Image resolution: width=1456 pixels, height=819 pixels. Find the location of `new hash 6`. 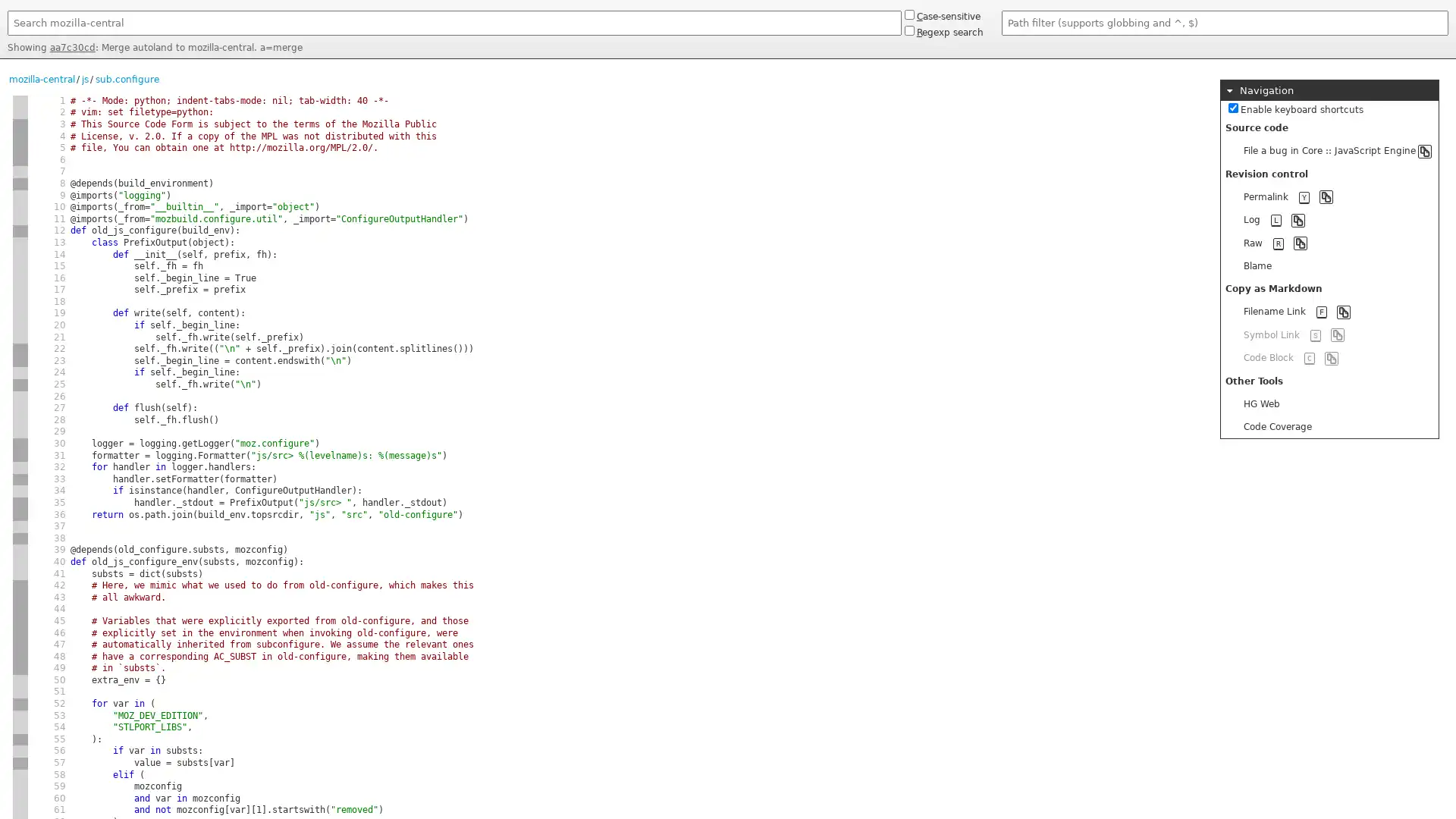

new hash 6 is located at coordinates (20, 242).